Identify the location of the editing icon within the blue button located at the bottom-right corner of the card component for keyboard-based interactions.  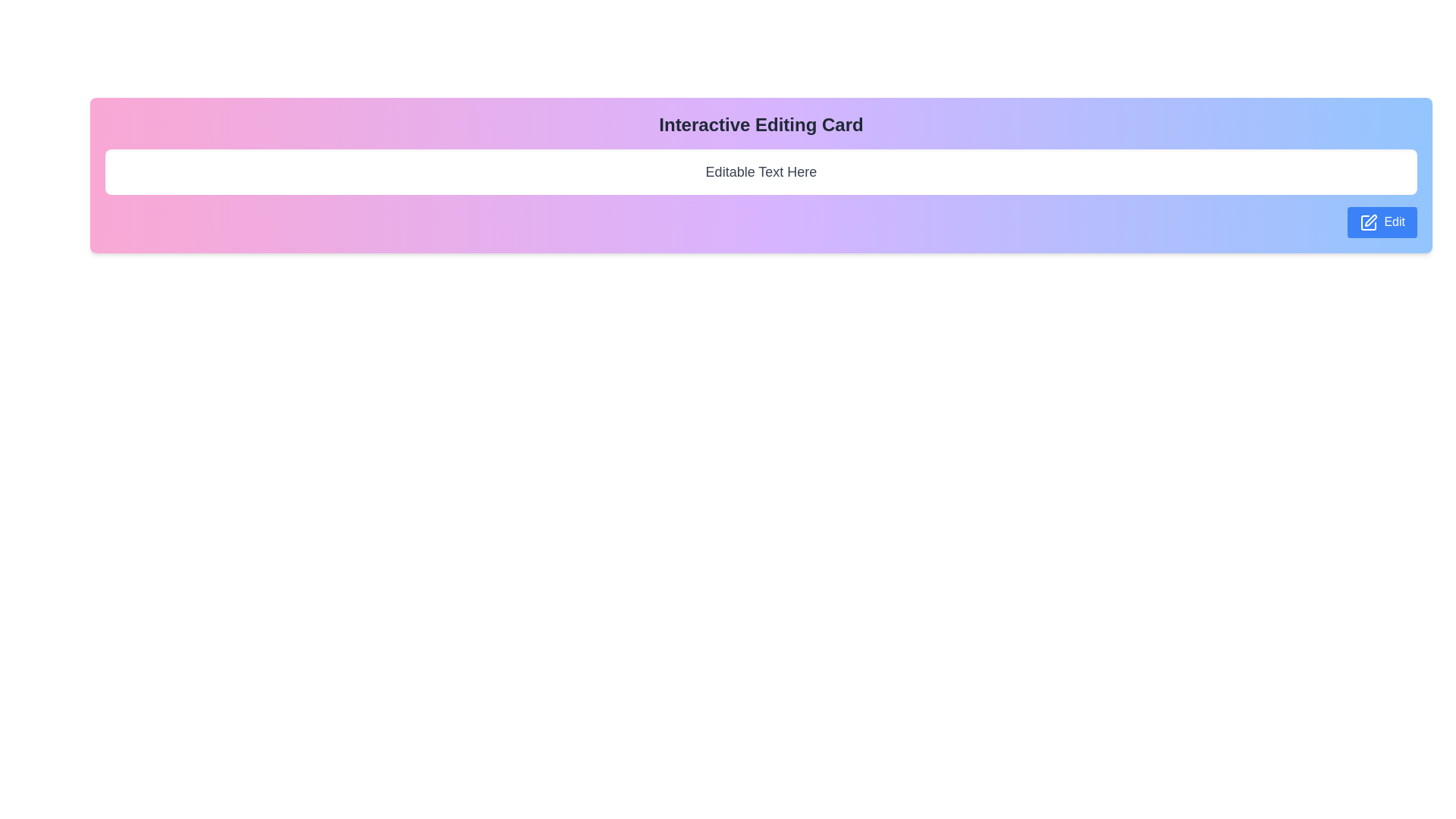
(1369, 222).